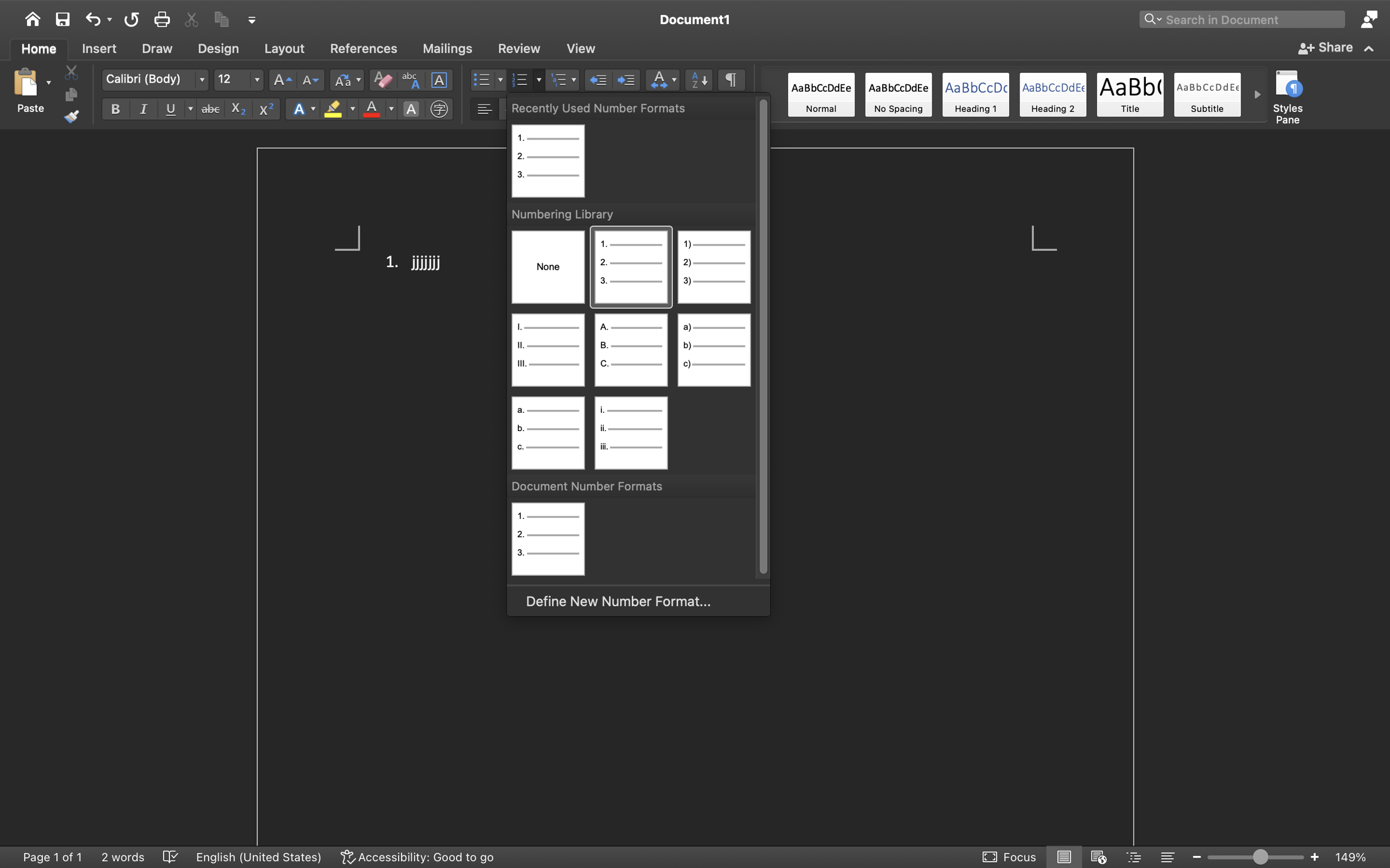  Describe the element at coordinates (238, 80) in the screenshot. I see `'12'` at that location.